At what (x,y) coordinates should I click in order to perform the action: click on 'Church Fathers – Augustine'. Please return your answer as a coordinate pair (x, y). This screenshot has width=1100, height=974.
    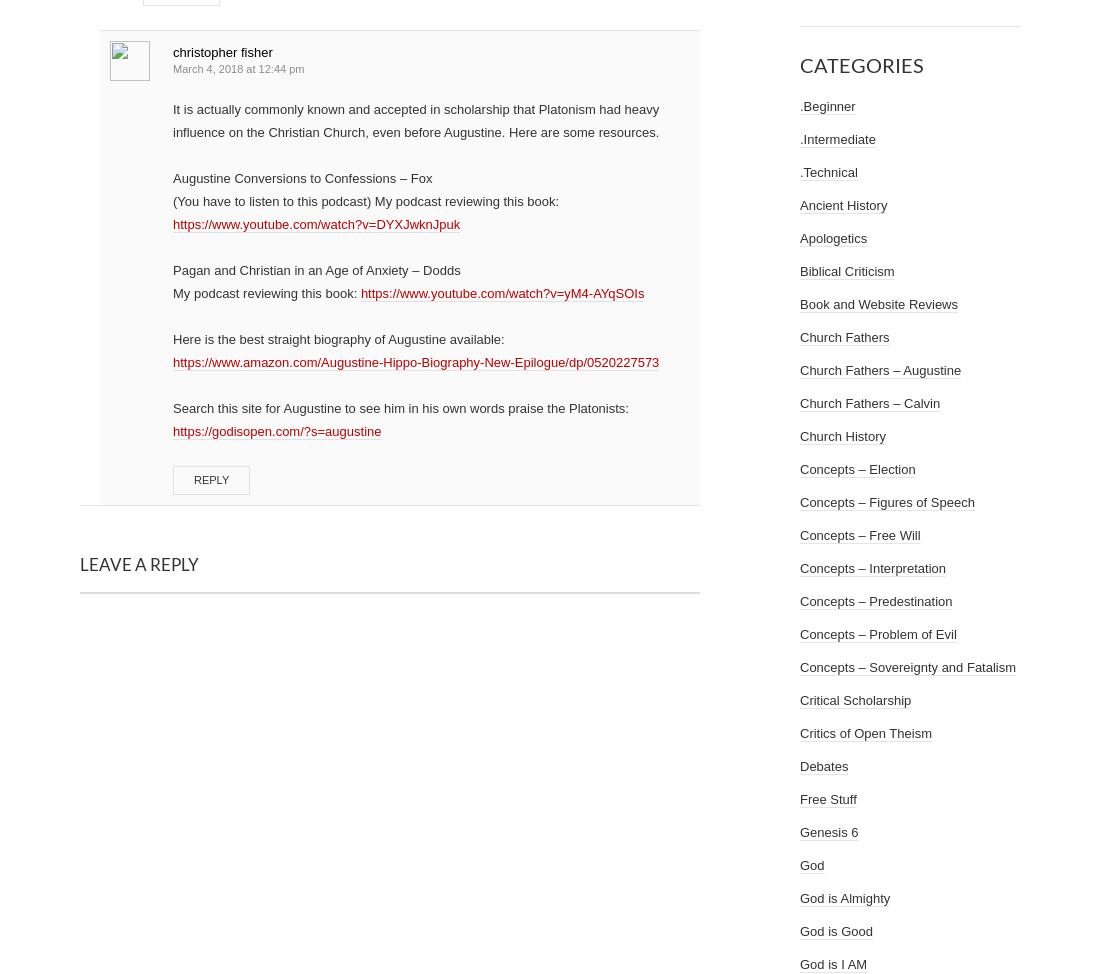
    Looking at the image, I should click on (879, 370).